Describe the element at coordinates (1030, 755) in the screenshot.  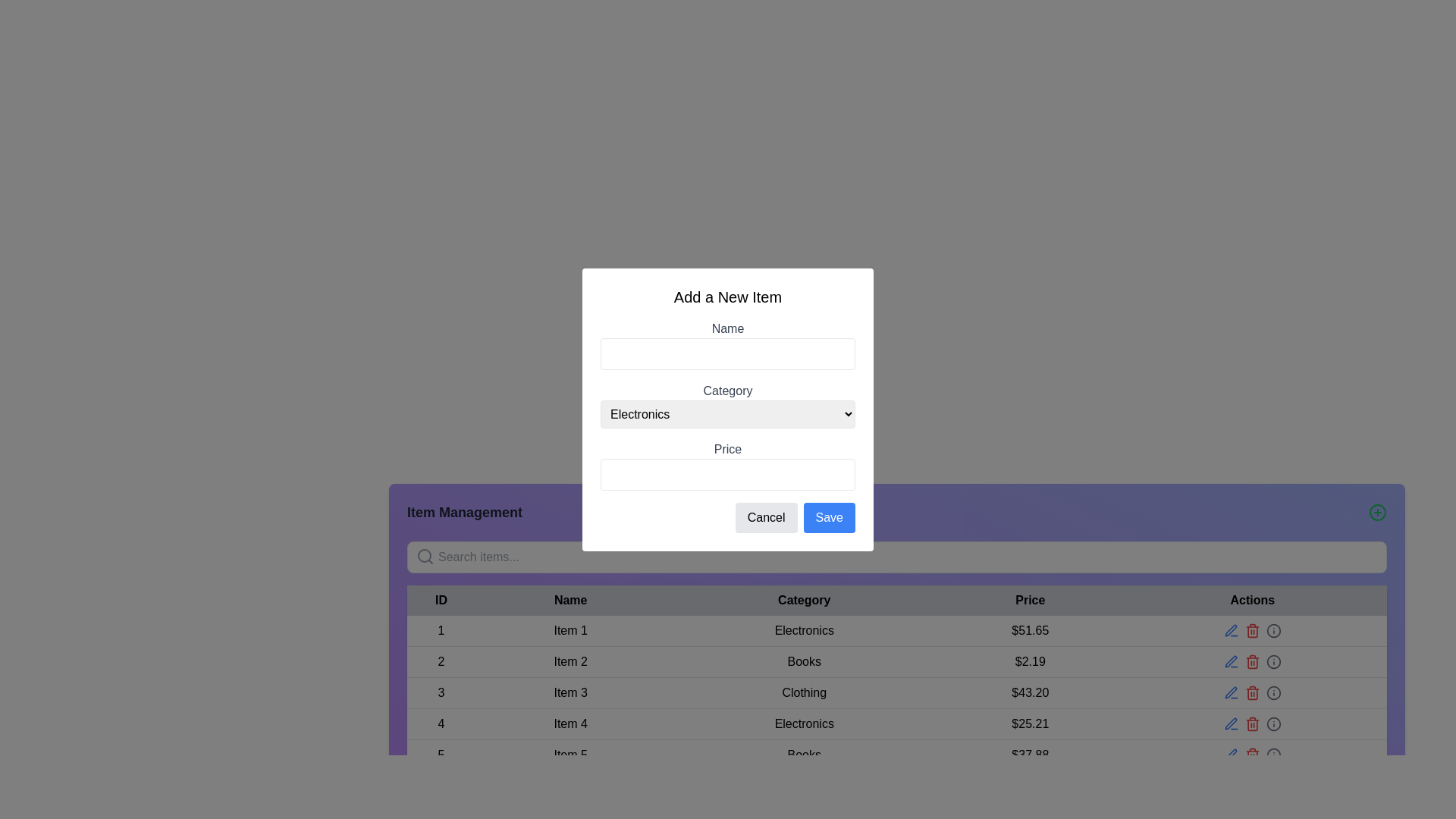
I see `the non-interactive text label displaying the price information for the item in the fifth row of the table, located in the 'Price' column` at that location.